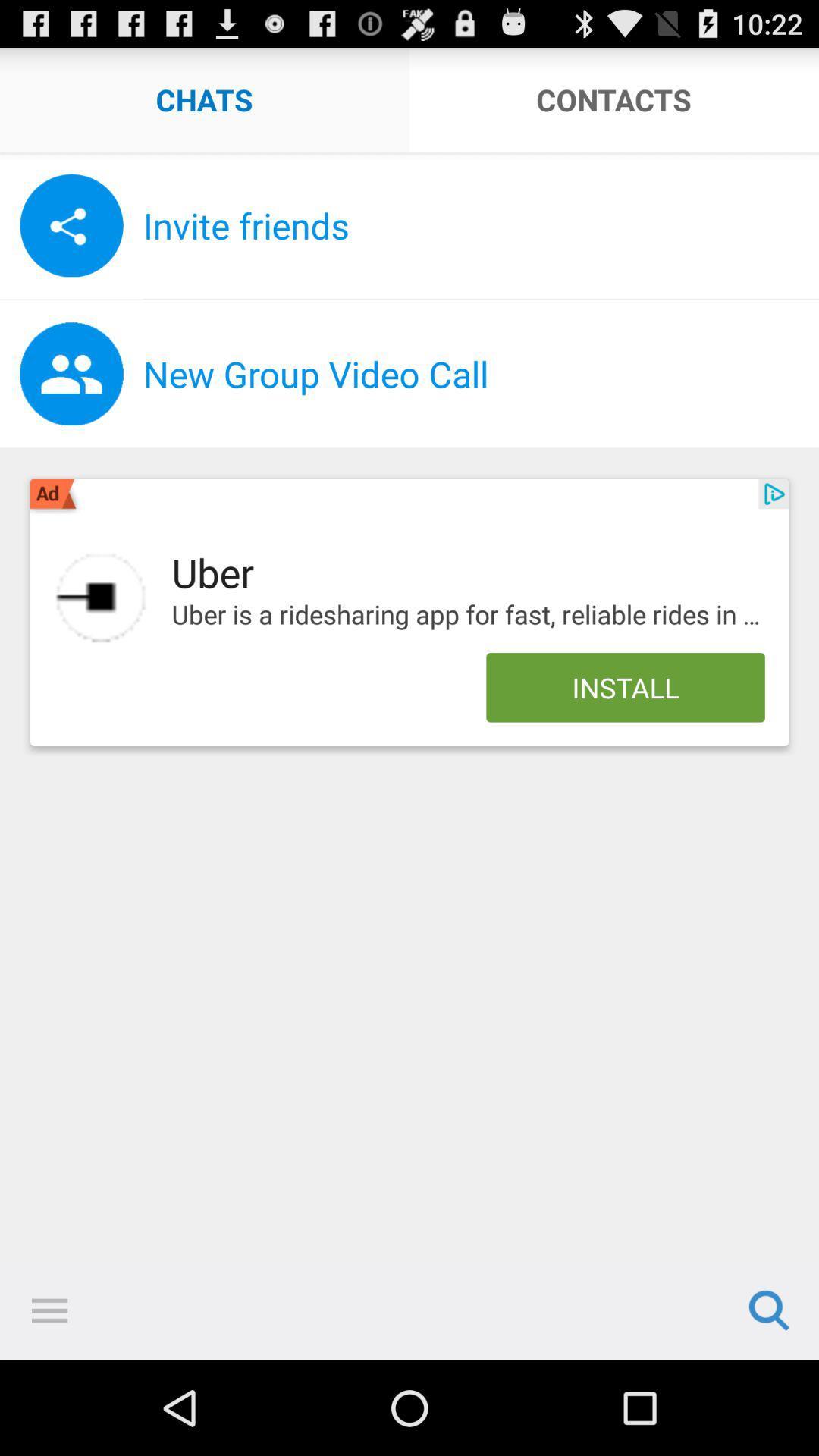 The image size is (819, 1456). What do you see at coordinates (481, 224) in the screenshot?
I see `the invite friends` at bounding box center [481, 224].